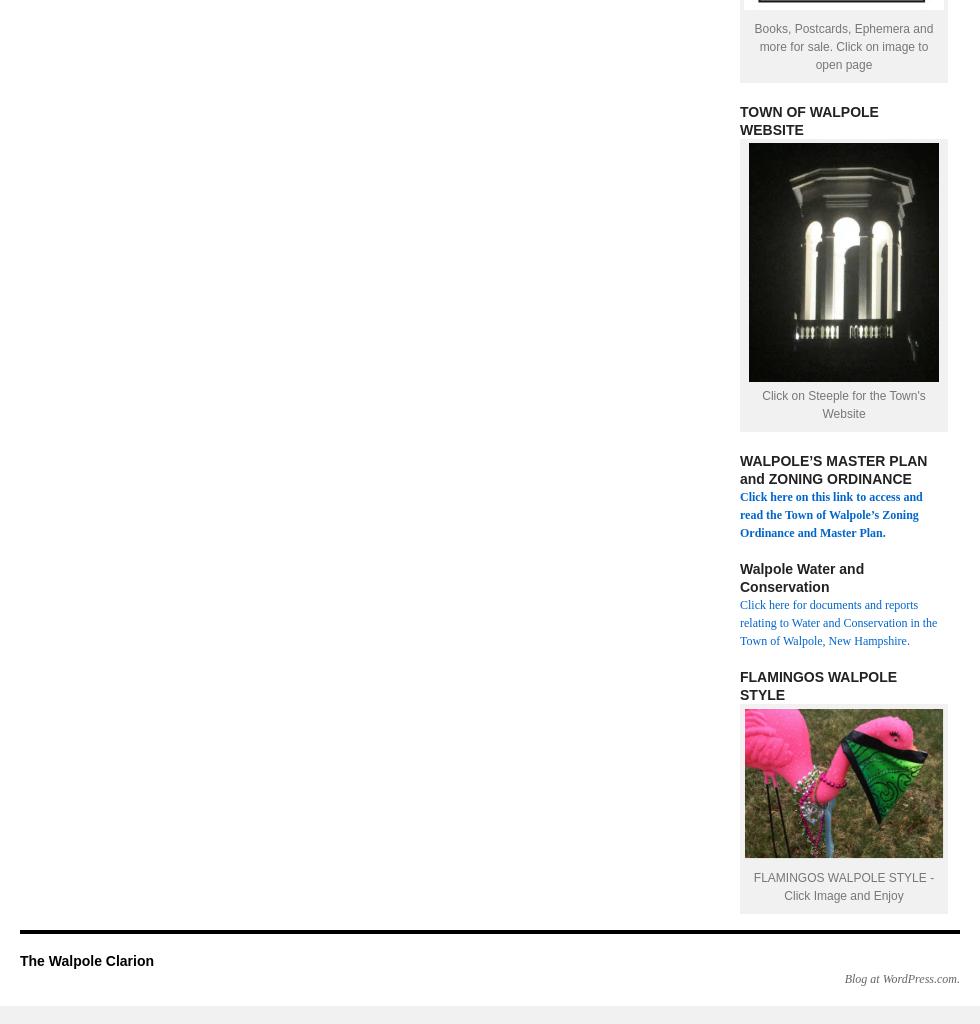 The image size is (980, 1024). Describe the element at coordinates (833, 469) in the screenshot. I see `'WALPOLE’S MASTER PLAN and ZONING ORDINANCE'` at that location.